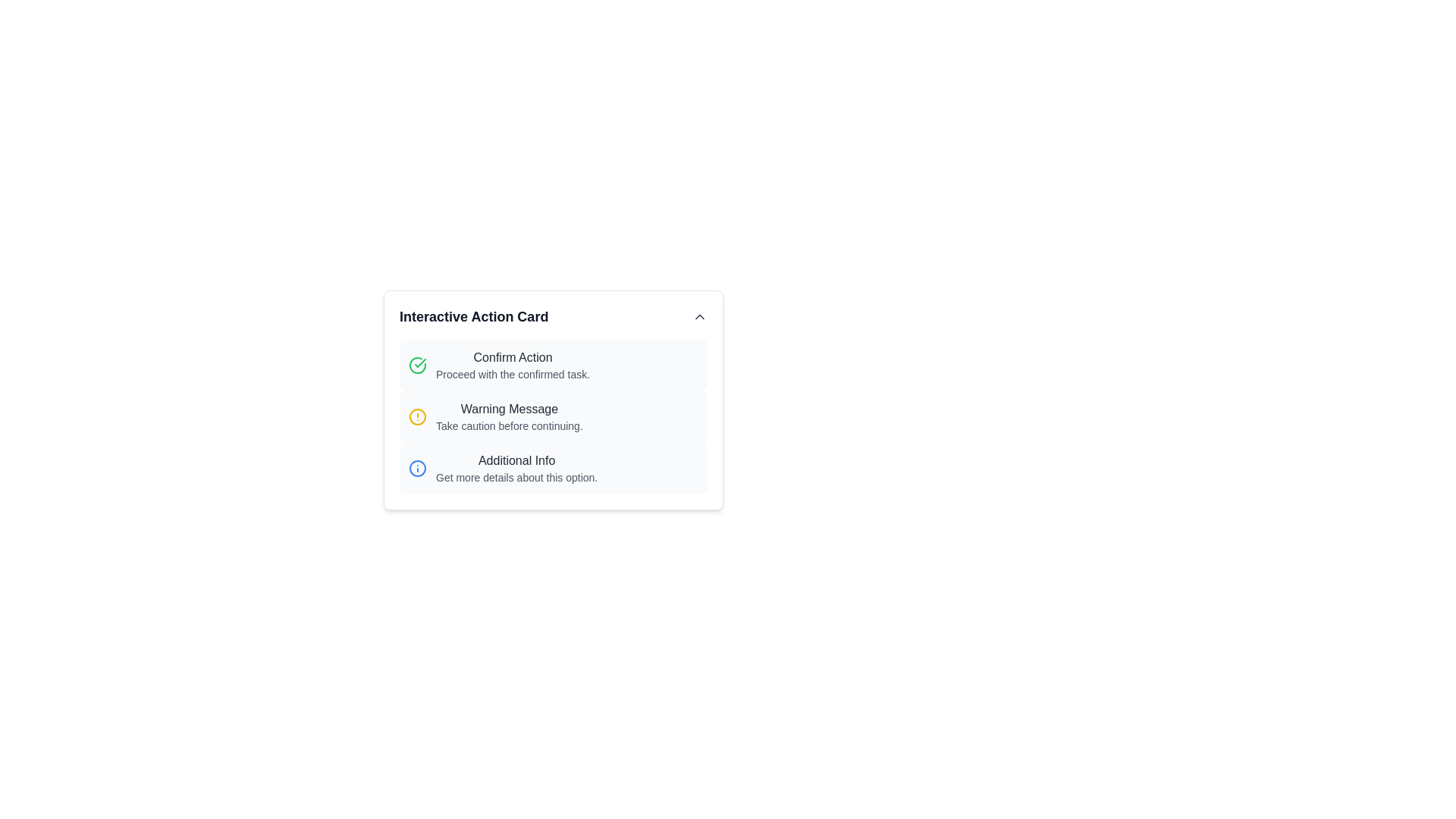 Image resolution: width=1456 pixels, height=819 pixels. Describe the element at coordinates (552, 467) in the screenshot. I see `the 'Additional Info' actionable card item located at the bottom of the vertical stack within the 'Interactive Action Card'` at that location.